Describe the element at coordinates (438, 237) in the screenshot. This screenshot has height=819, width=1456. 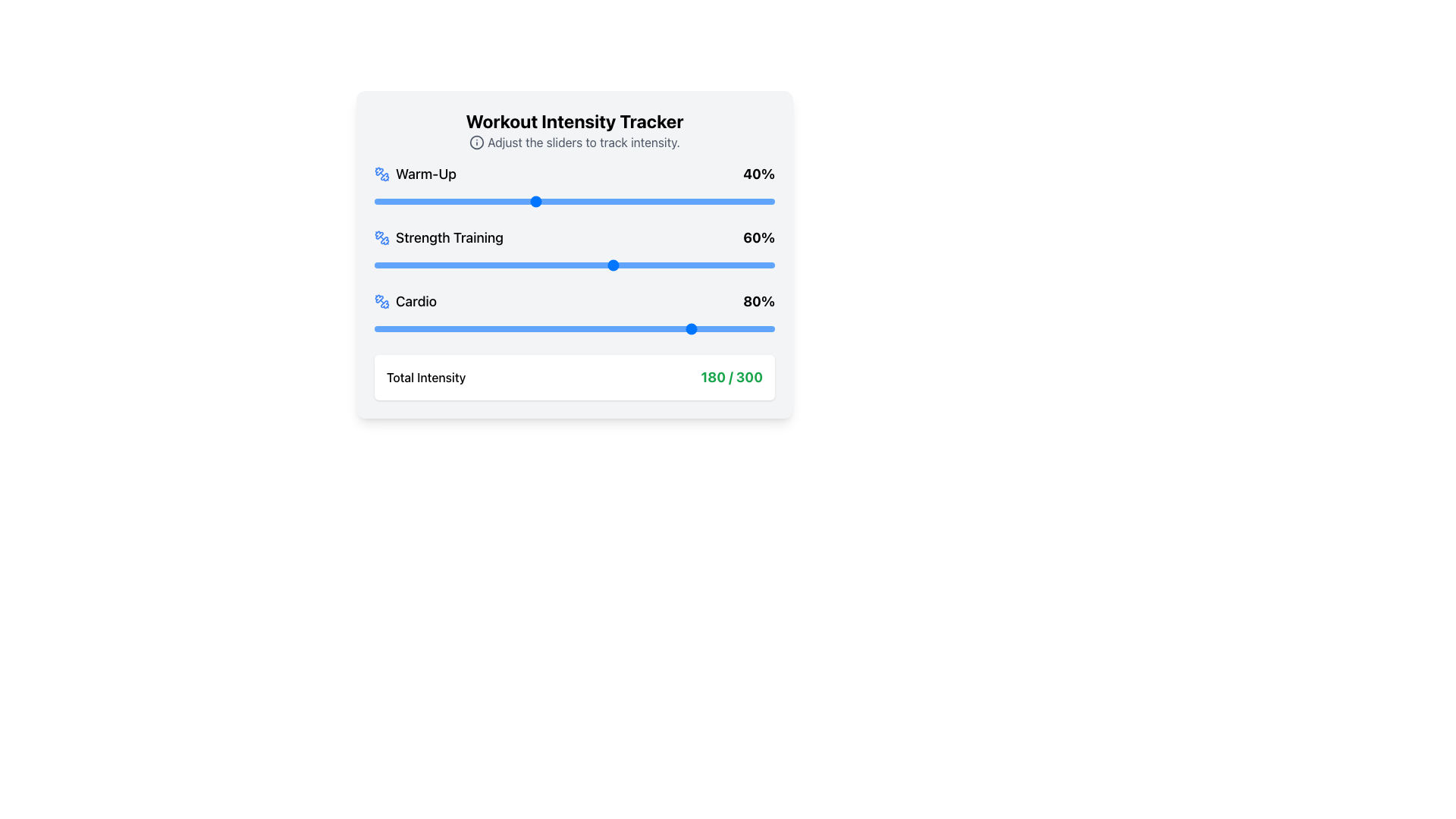
I see `the 'Strength Training' category label, which is the second label in a vertical list of options, to interact with it` at that location.